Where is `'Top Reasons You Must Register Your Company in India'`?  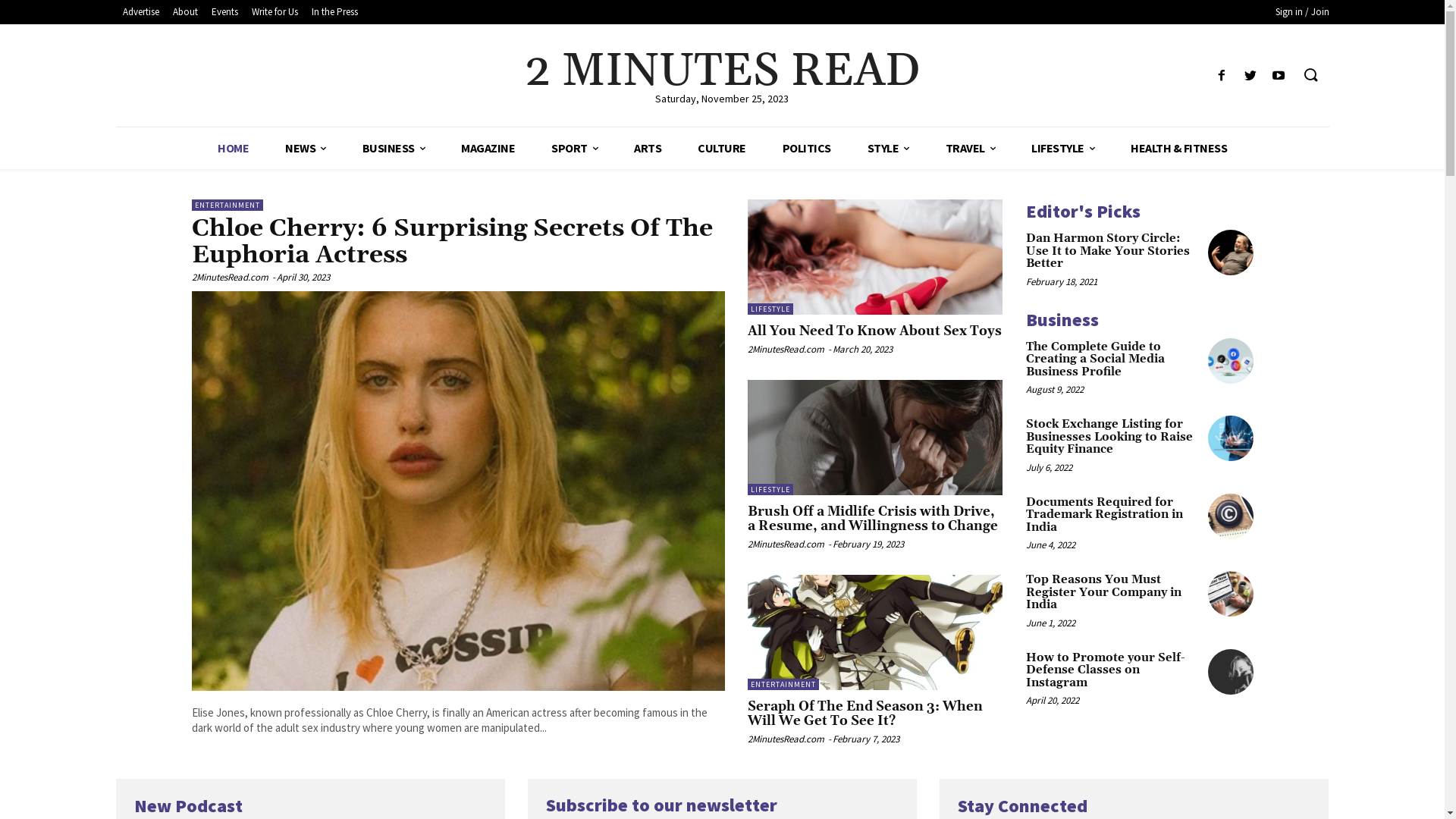
'Top Reasons You Must Register Your Company in India' is located at coordinates (1230, 593).